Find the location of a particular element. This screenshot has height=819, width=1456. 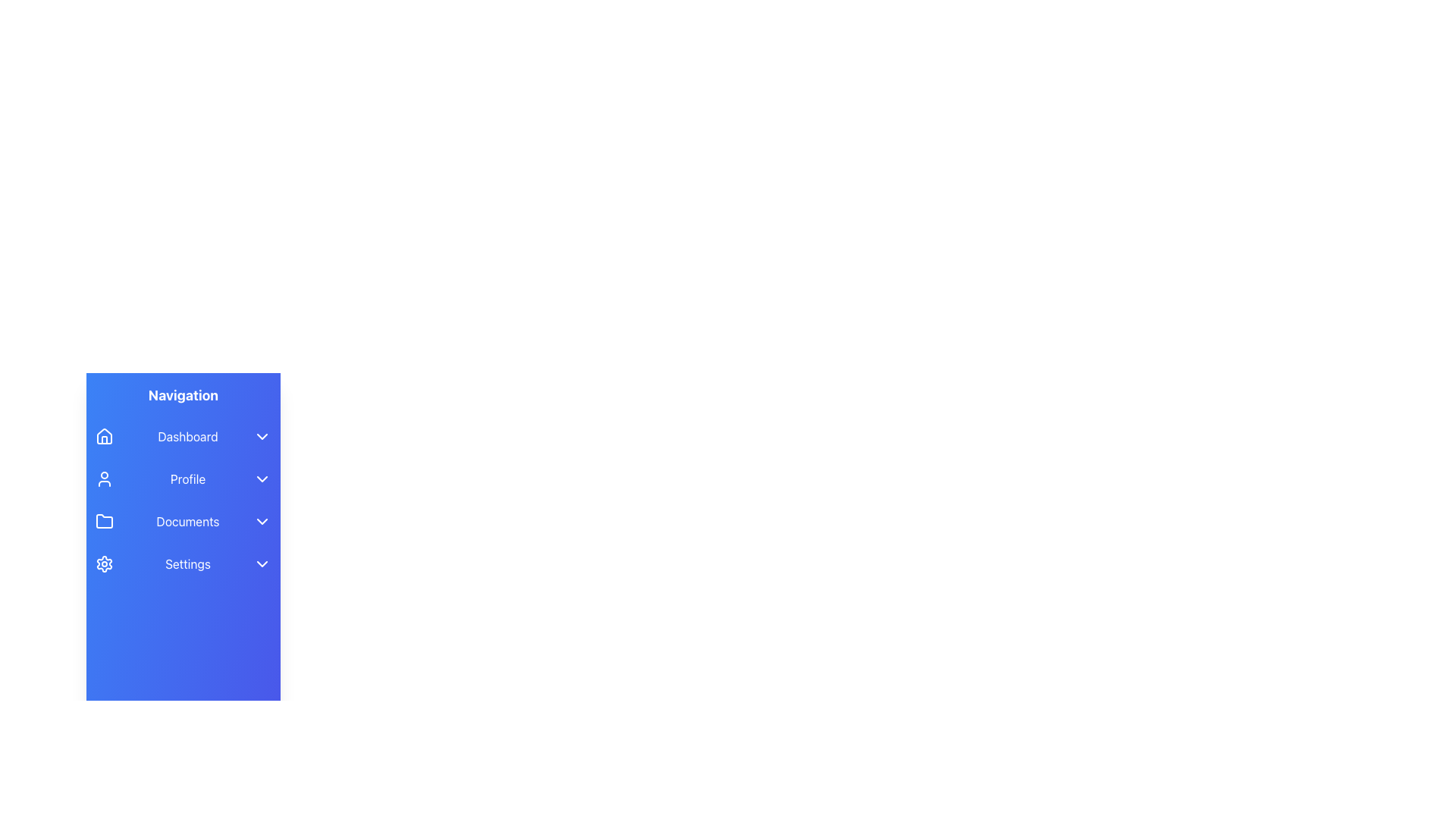

the 'Settings' navigation menu item is located at coordinates (182, 564).